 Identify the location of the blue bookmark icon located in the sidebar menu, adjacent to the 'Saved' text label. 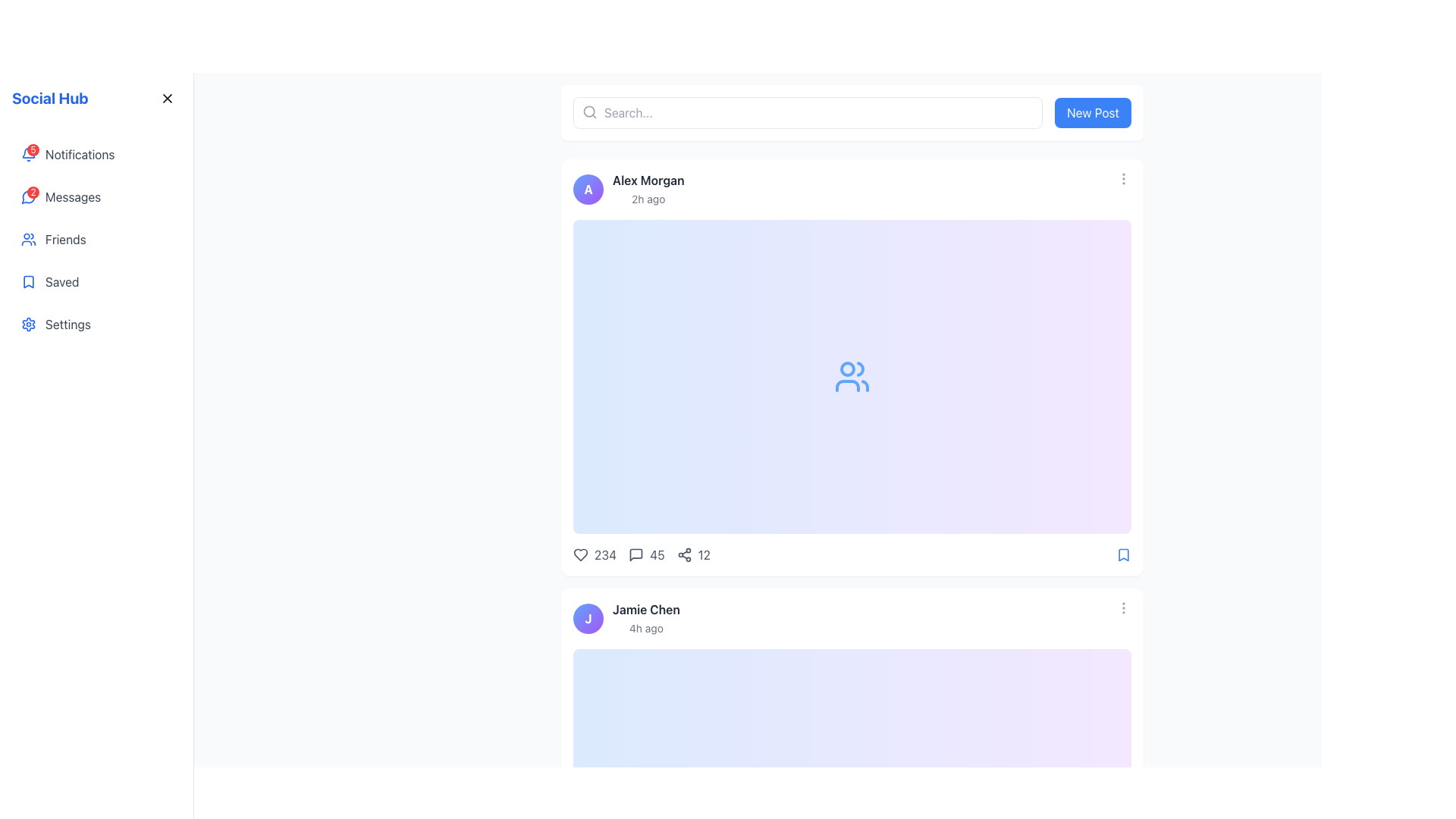
(29, 281).